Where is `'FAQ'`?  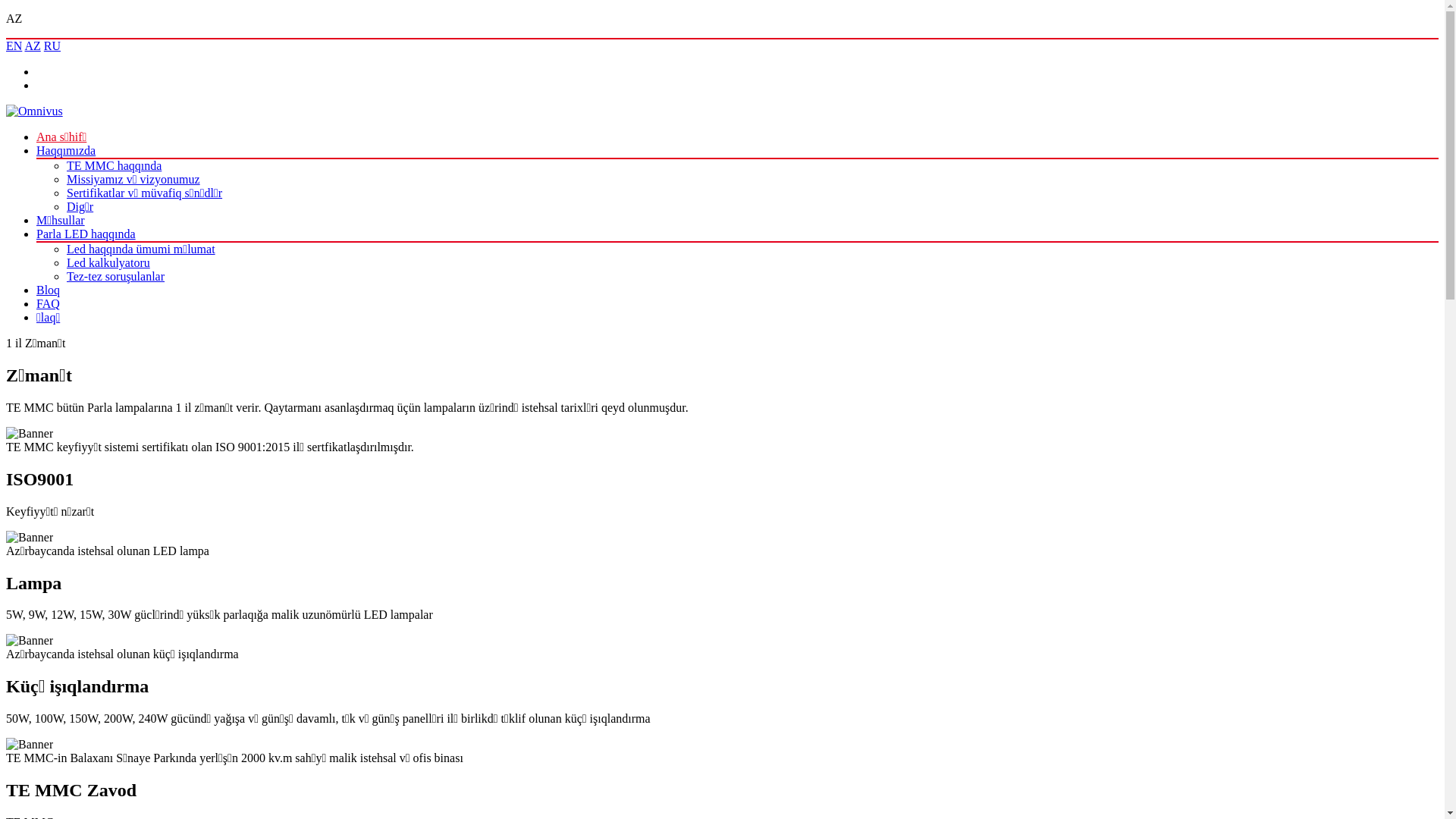
'FAQ' is located at coordinates (48, 303).